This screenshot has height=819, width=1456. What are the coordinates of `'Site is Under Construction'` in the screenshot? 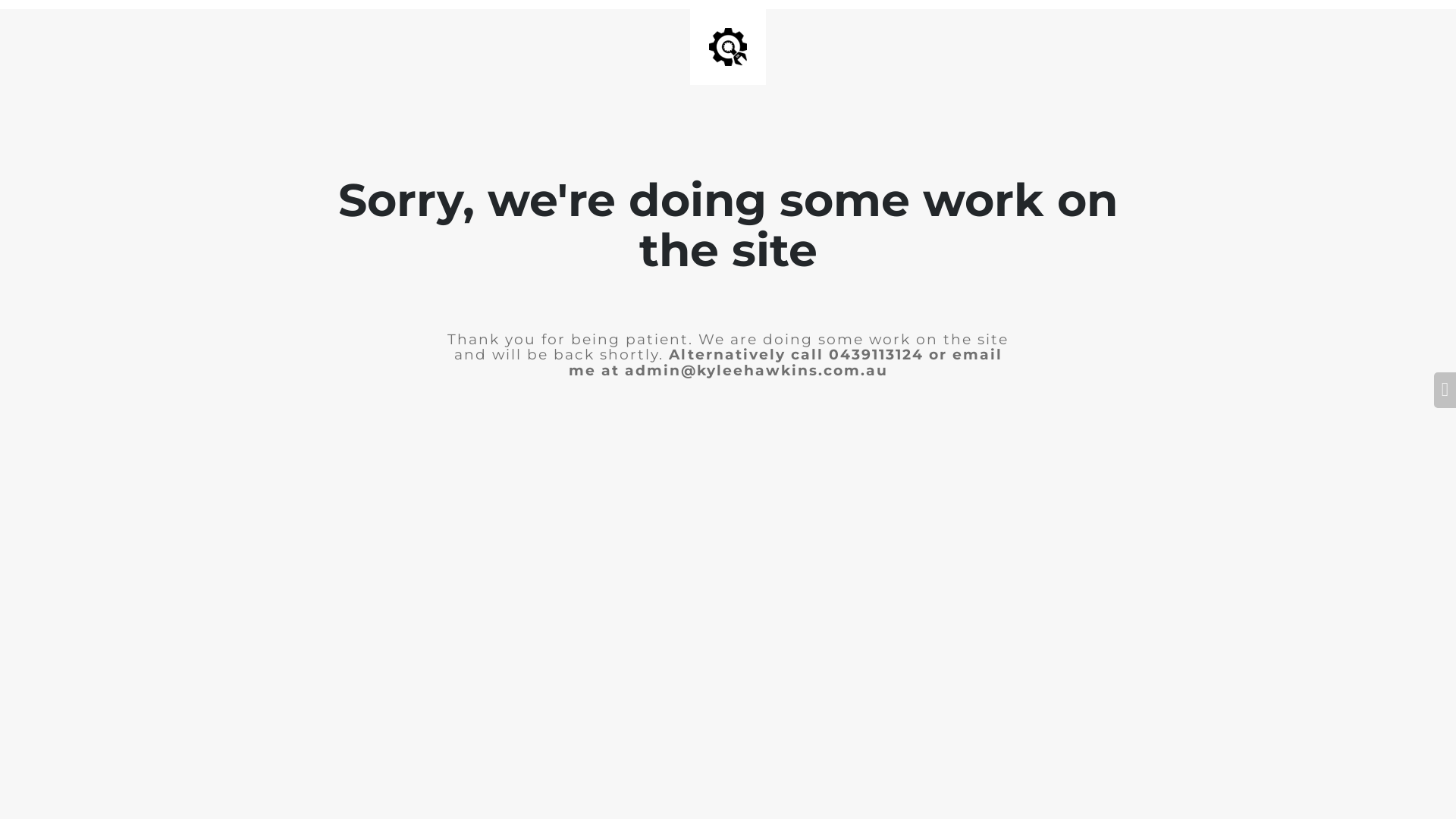 It's located at (728, 45).